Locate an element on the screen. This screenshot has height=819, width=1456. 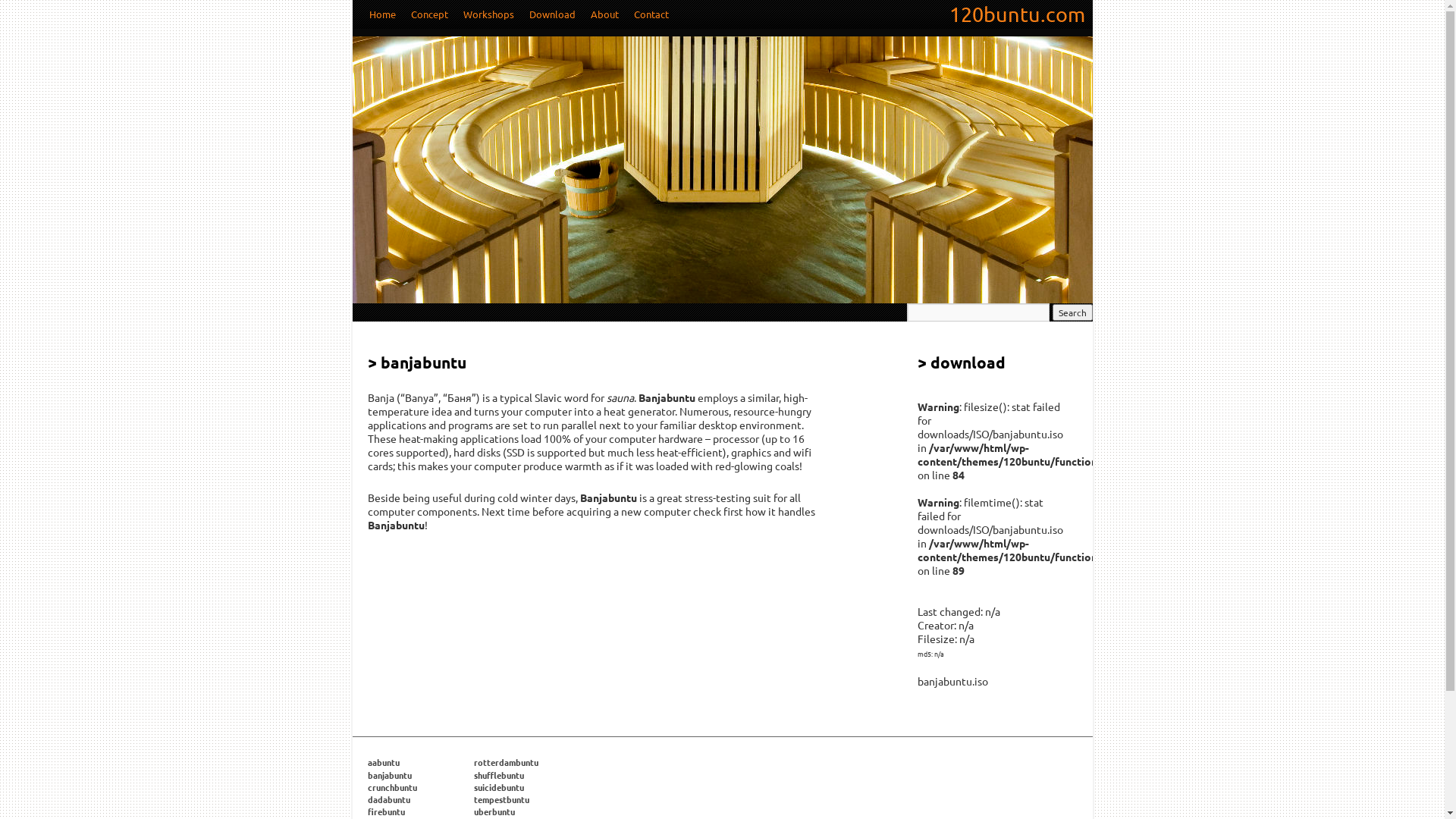
'crunchbuntu' is located at coordinates (367, 786).